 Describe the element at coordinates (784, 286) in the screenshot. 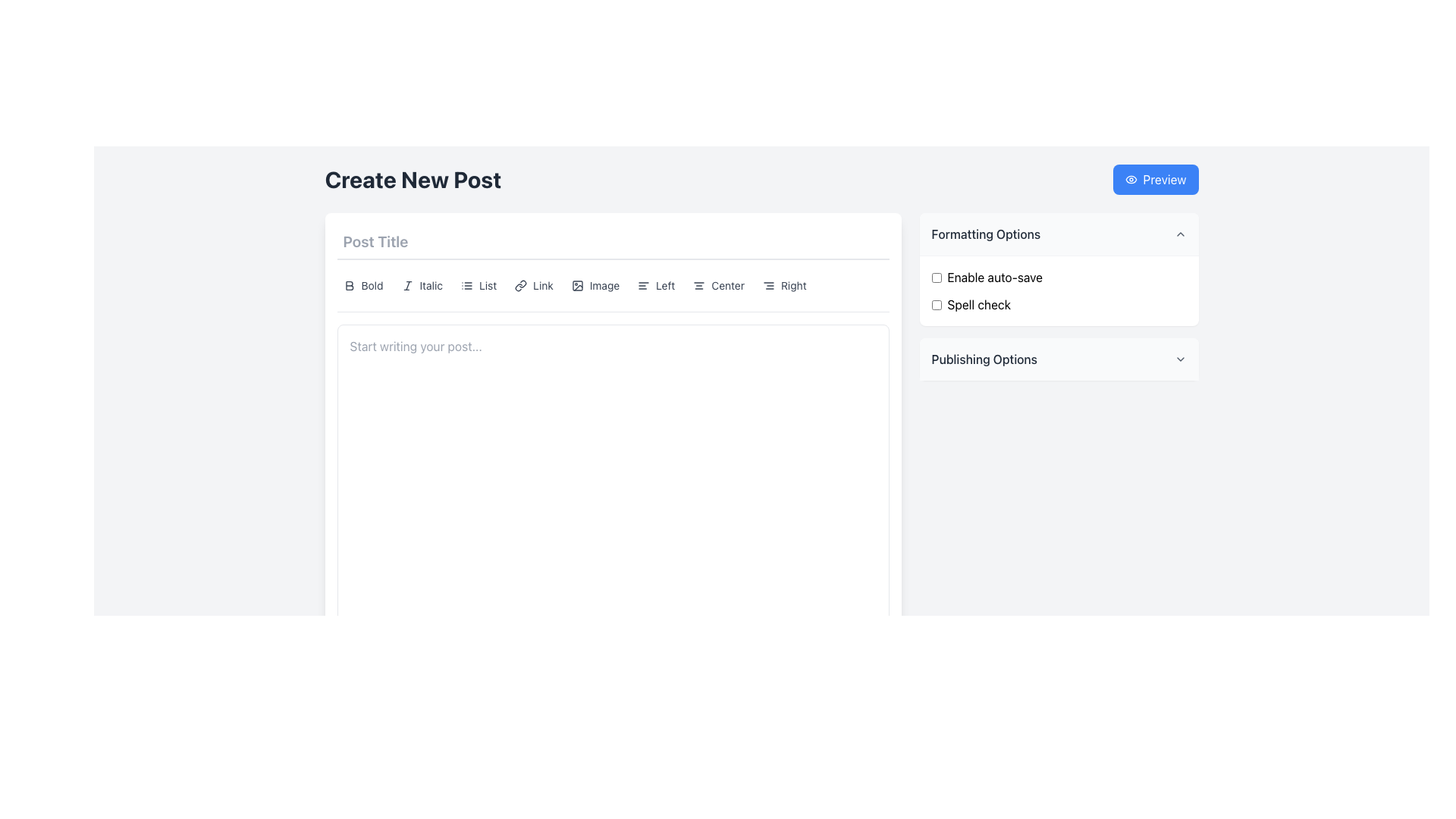

I see `the right alignment button in the horizontal alignment toolbar to set the text alignment of the selected content area to 'Right'` at that location.